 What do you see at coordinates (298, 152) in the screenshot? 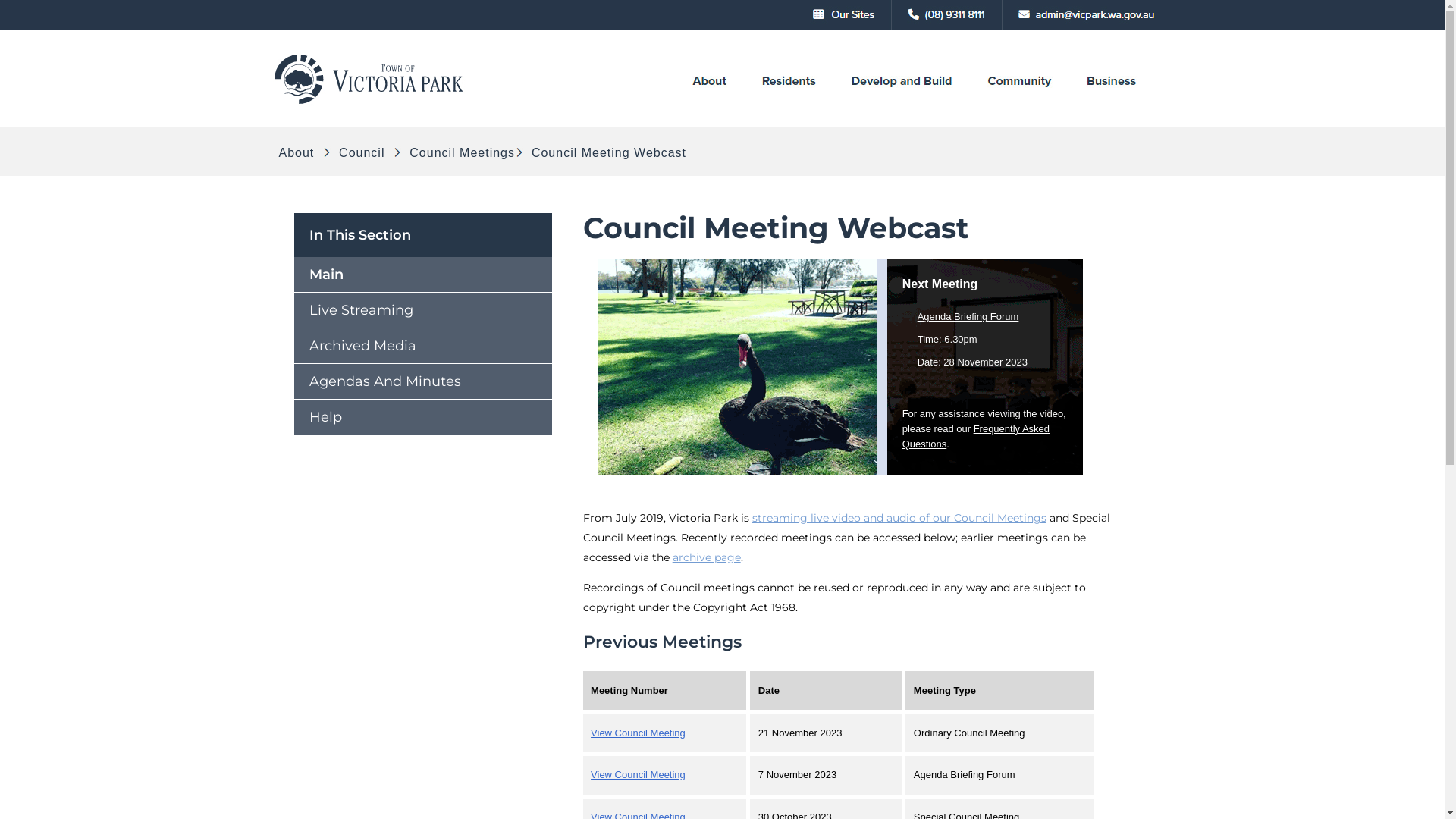
I see `'About'` at bounding box center [298, 152].